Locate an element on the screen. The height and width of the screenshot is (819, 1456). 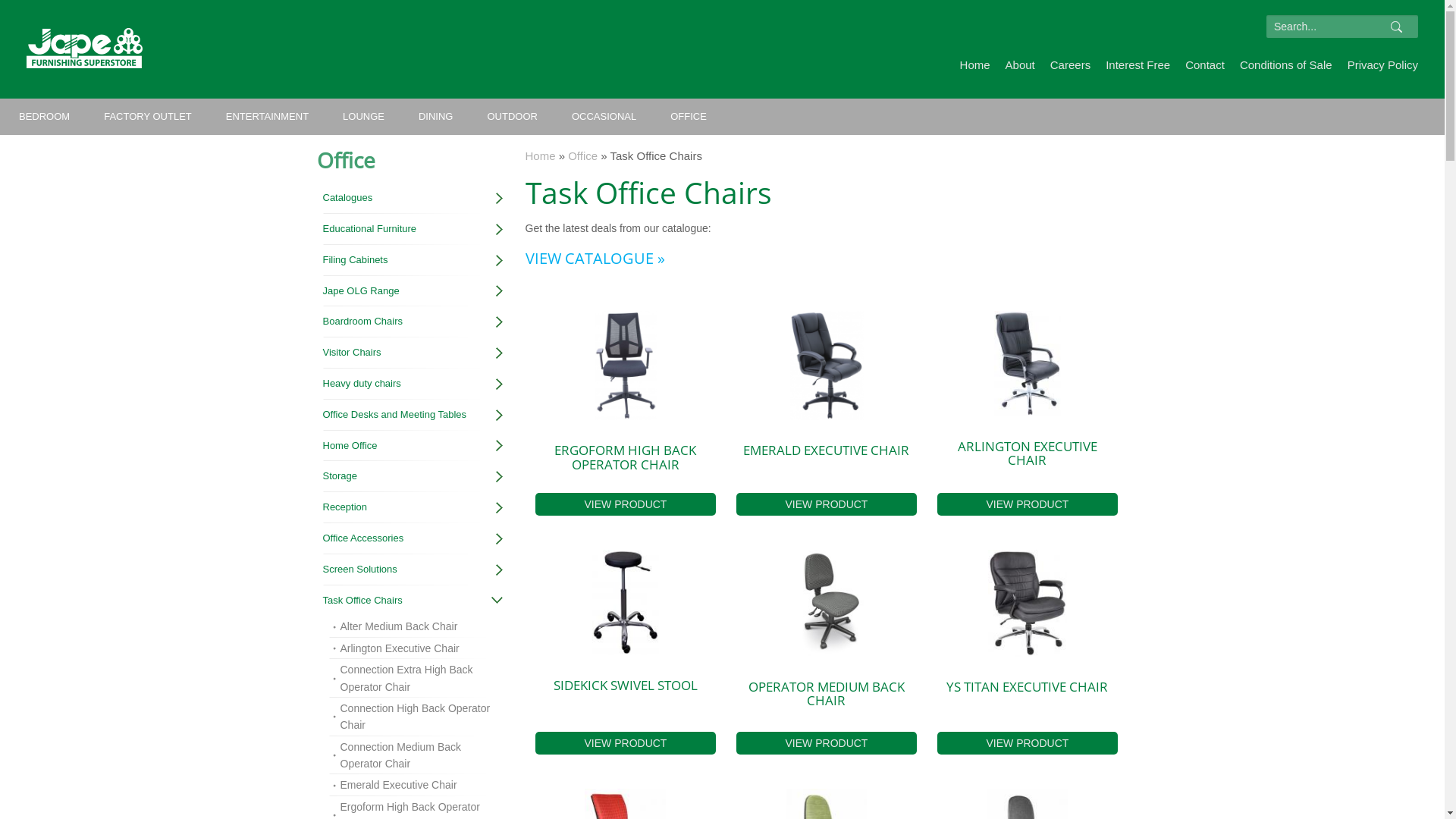
'Ergoform High Back Operator Chair Front' is located at coordinates (566, 366).